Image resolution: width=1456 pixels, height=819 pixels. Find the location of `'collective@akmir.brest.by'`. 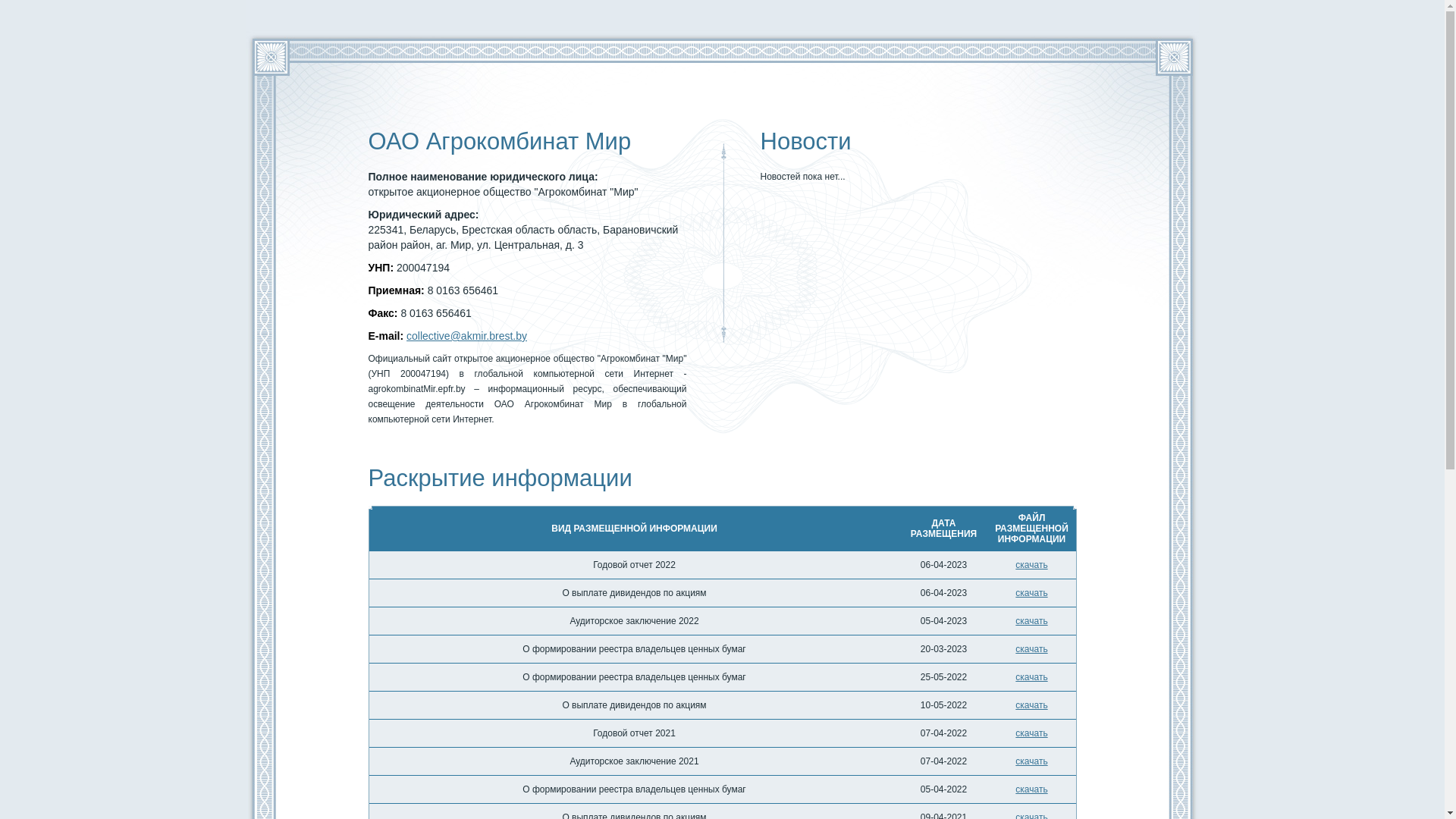

'collective@akmir.brest.by' is located at coordinates (466, 335).